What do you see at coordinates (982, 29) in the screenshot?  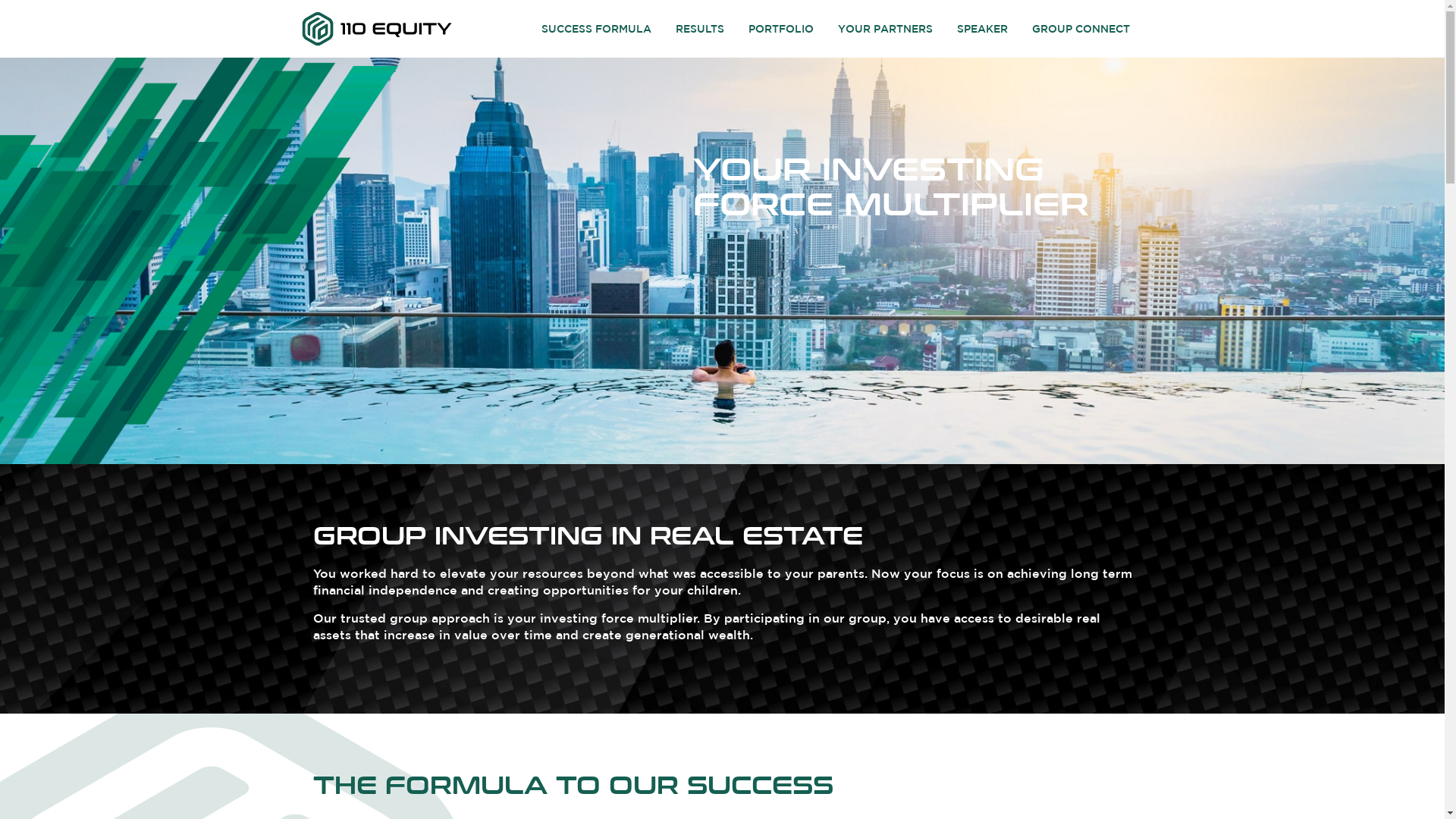 I see `'SPEAKER'` at bounding box center [982, 29].